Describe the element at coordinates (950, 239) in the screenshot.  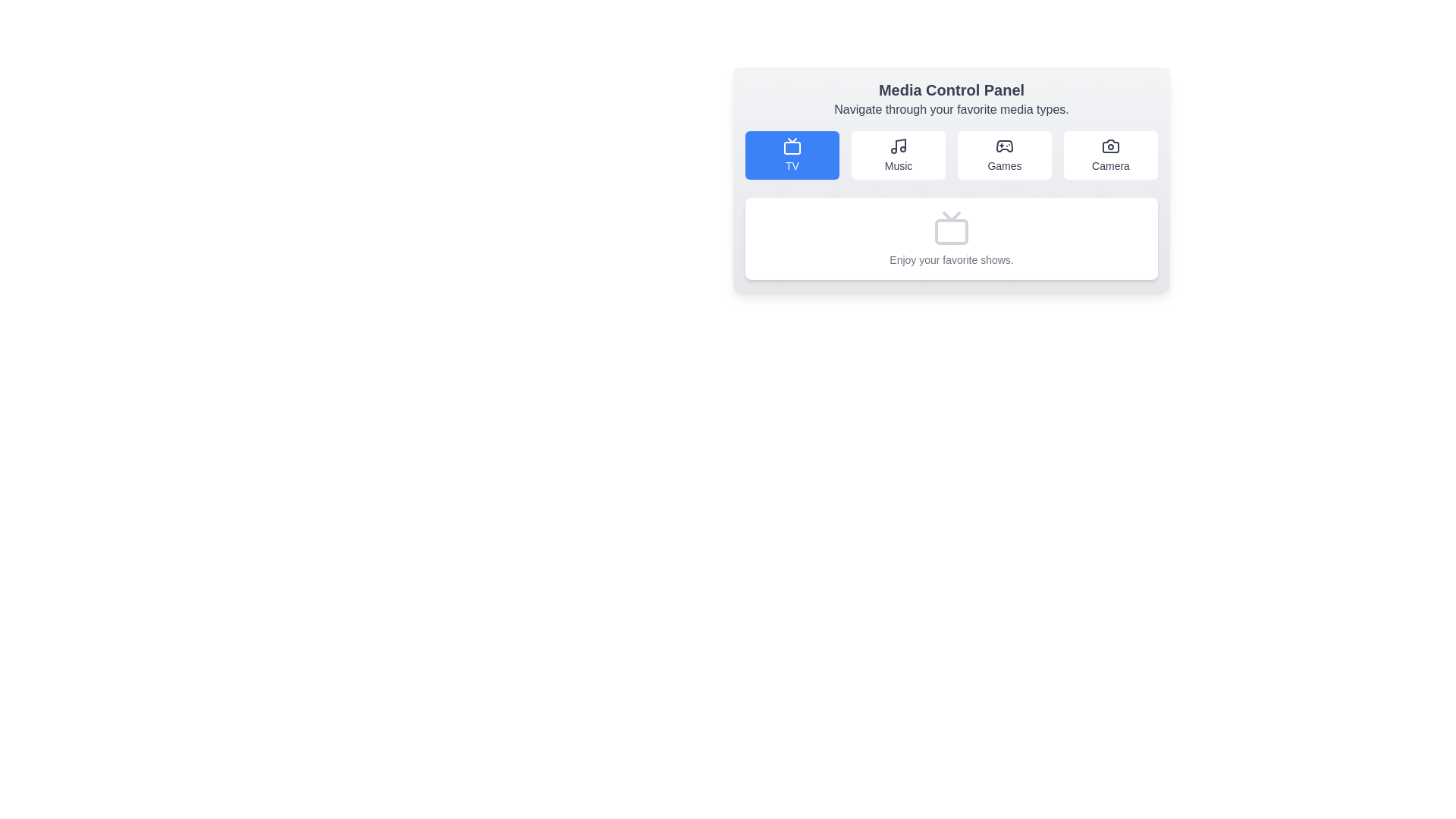
I see `the informational panel that displays a brief message about enjoying favorite shows, located below the media buttons 'TV,' 'Music,' 'Games,' and 'Camera.'` at that location.